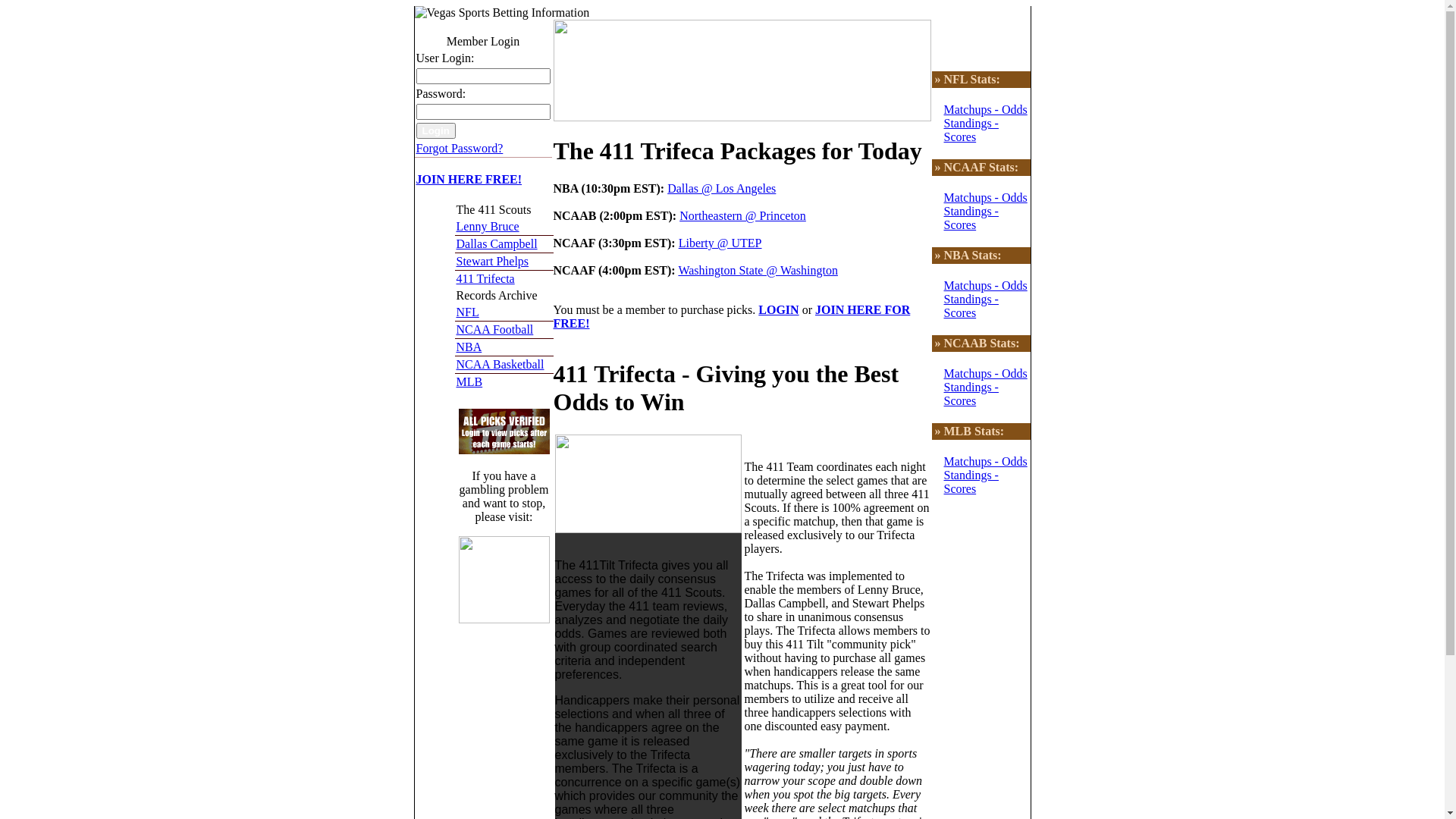 This screenshot has height=819, width=1456. I want to click on 'NBA', so click(469, 347).